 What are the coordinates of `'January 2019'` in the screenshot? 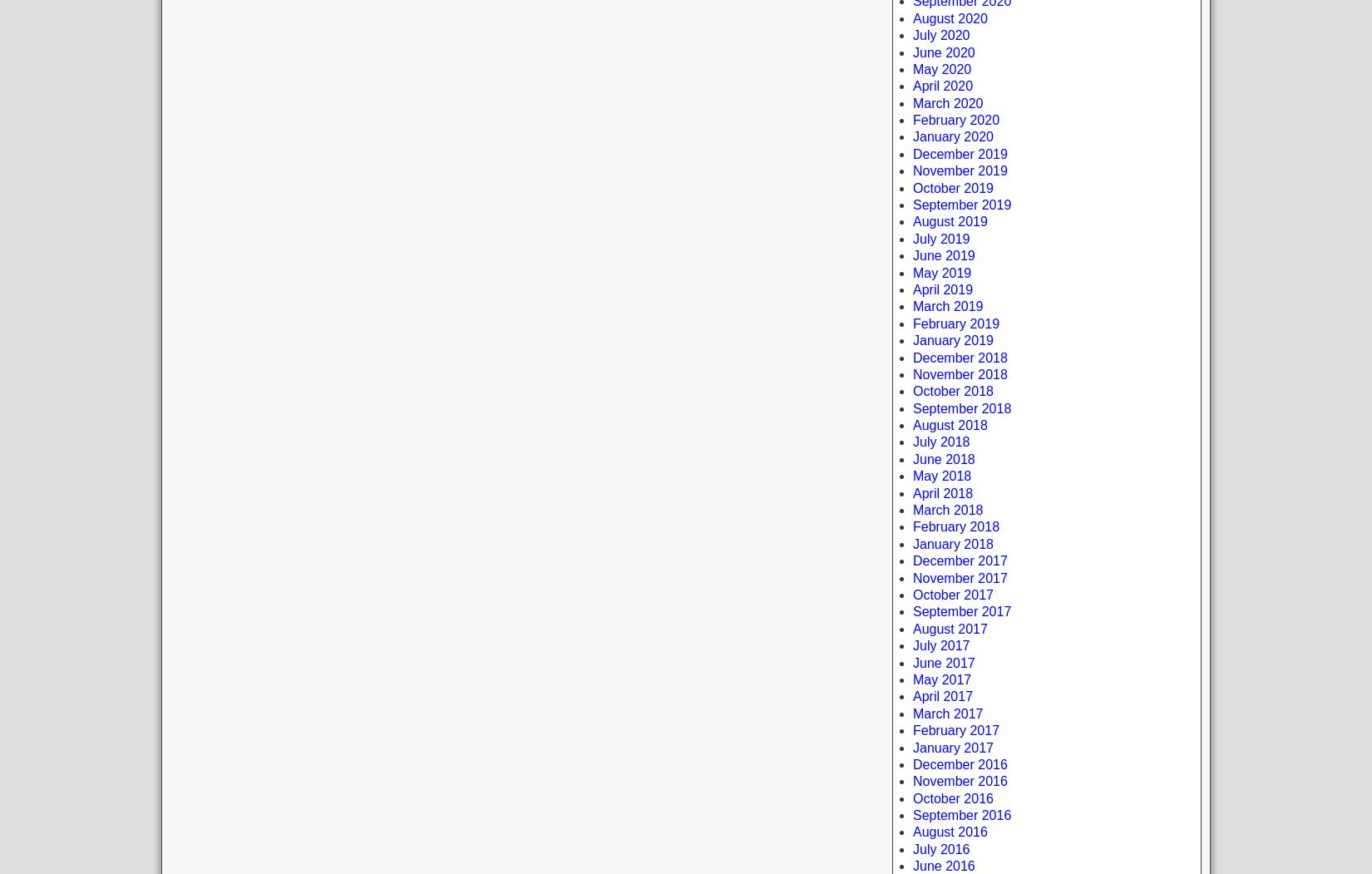 It's located at (952, 340).